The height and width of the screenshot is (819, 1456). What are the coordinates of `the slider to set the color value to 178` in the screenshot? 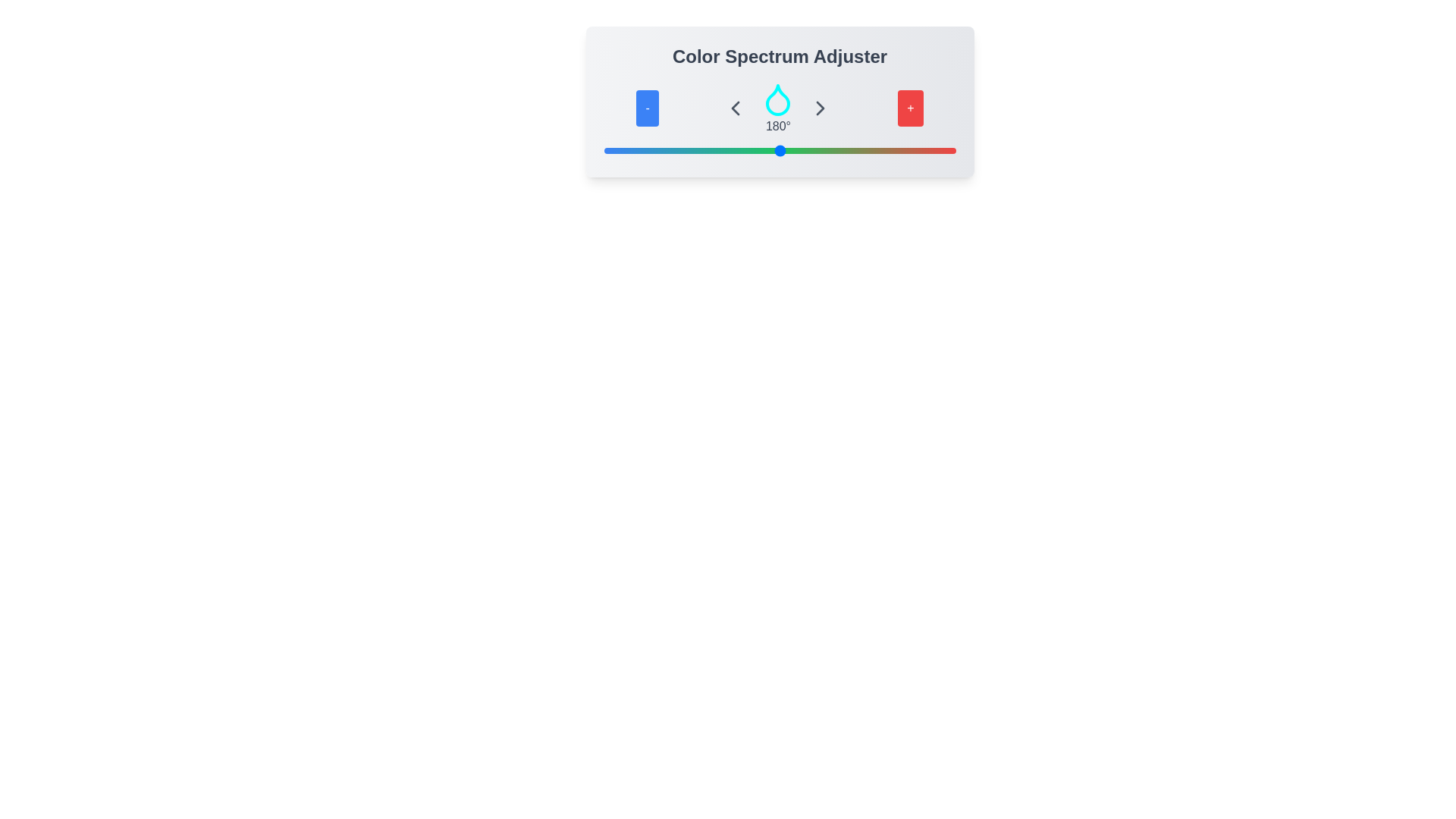 It's located at (777, 151).